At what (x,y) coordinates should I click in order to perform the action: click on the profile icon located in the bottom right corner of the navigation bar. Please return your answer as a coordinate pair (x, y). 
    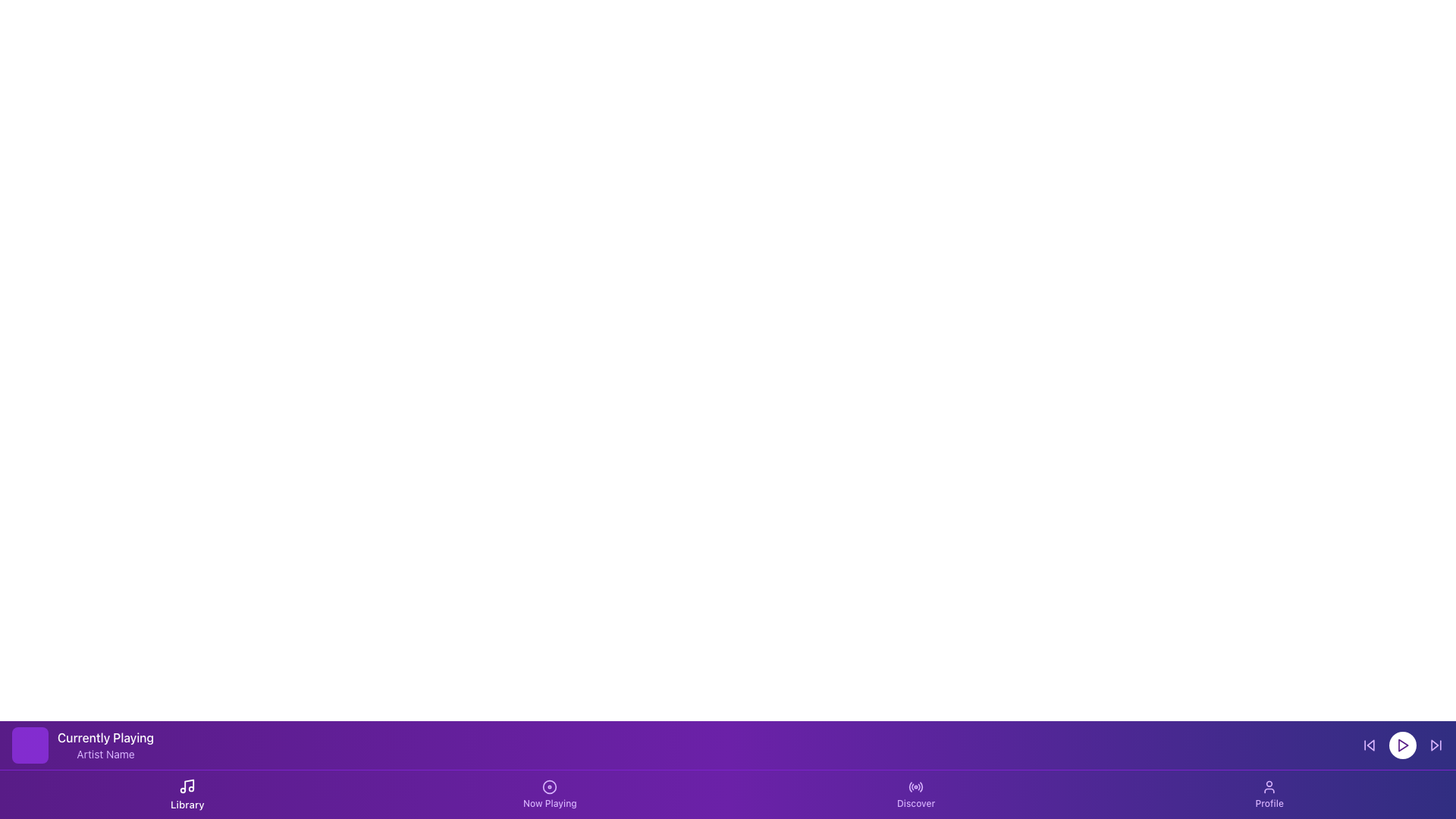
    Looking at the image, I should click on (1269, 786).